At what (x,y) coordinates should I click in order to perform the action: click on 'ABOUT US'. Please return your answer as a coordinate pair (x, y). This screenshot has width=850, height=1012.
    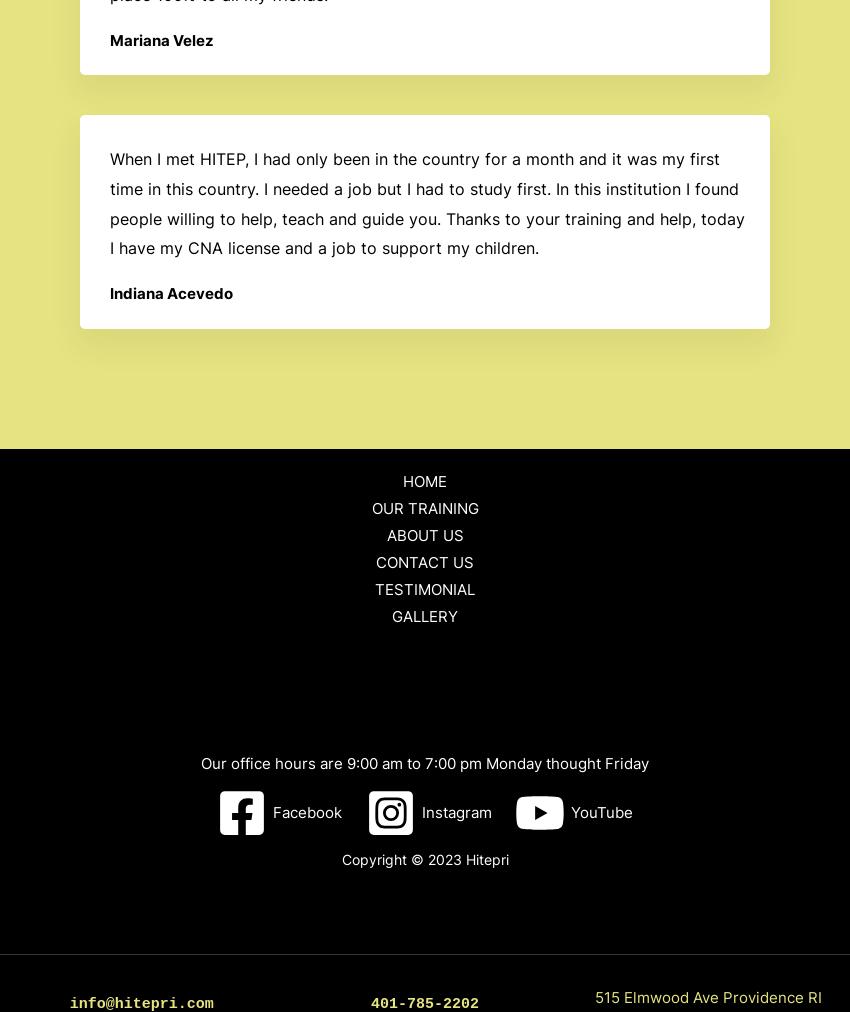
    Looking at the image, I should click on (424, 534).